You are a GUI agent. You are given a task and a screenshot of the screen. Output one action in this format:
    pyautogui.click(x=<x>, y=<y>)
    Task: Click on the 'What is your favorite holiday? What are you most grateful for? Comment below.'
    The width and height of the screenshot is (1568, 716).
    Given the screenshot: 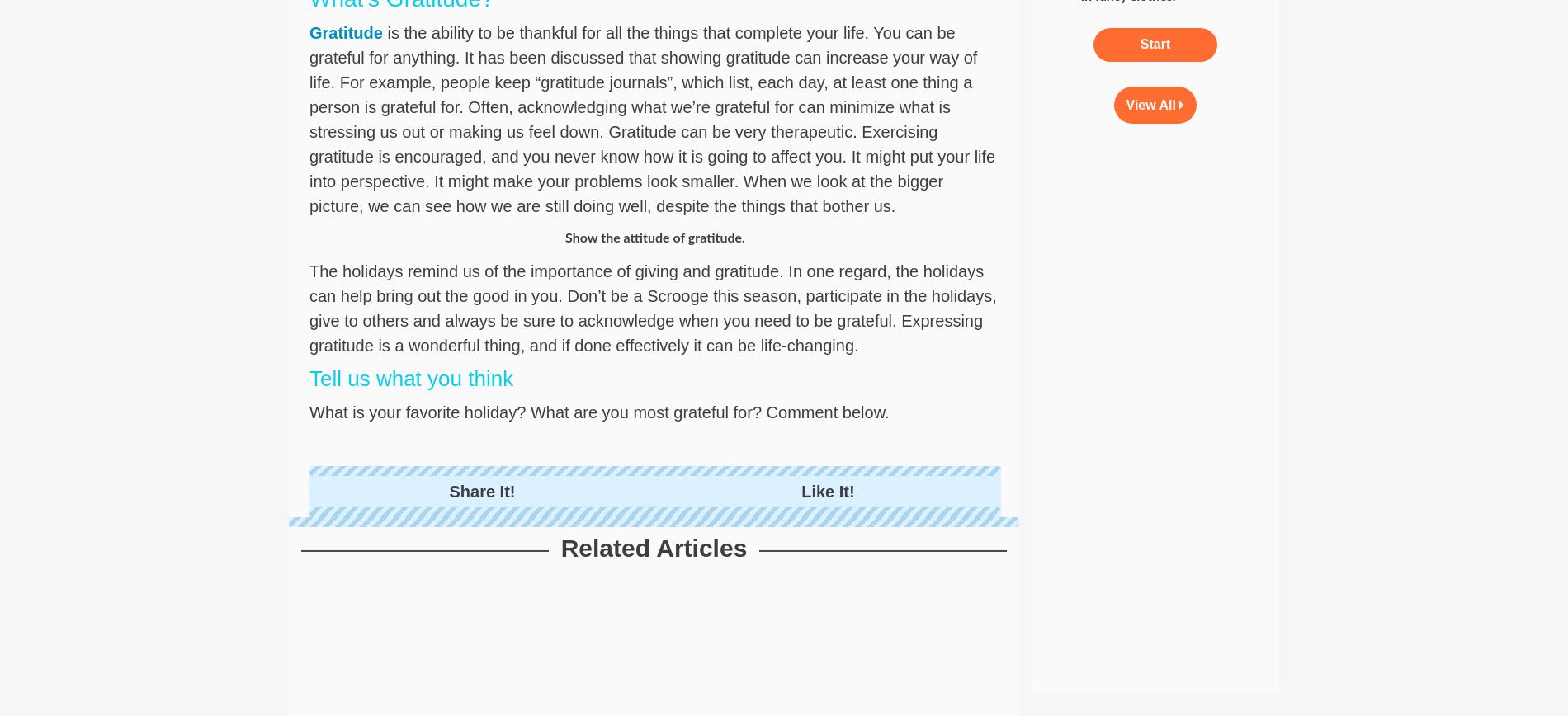 What is the action you would take?
    pyautogui.click(x=601, y=412)
    